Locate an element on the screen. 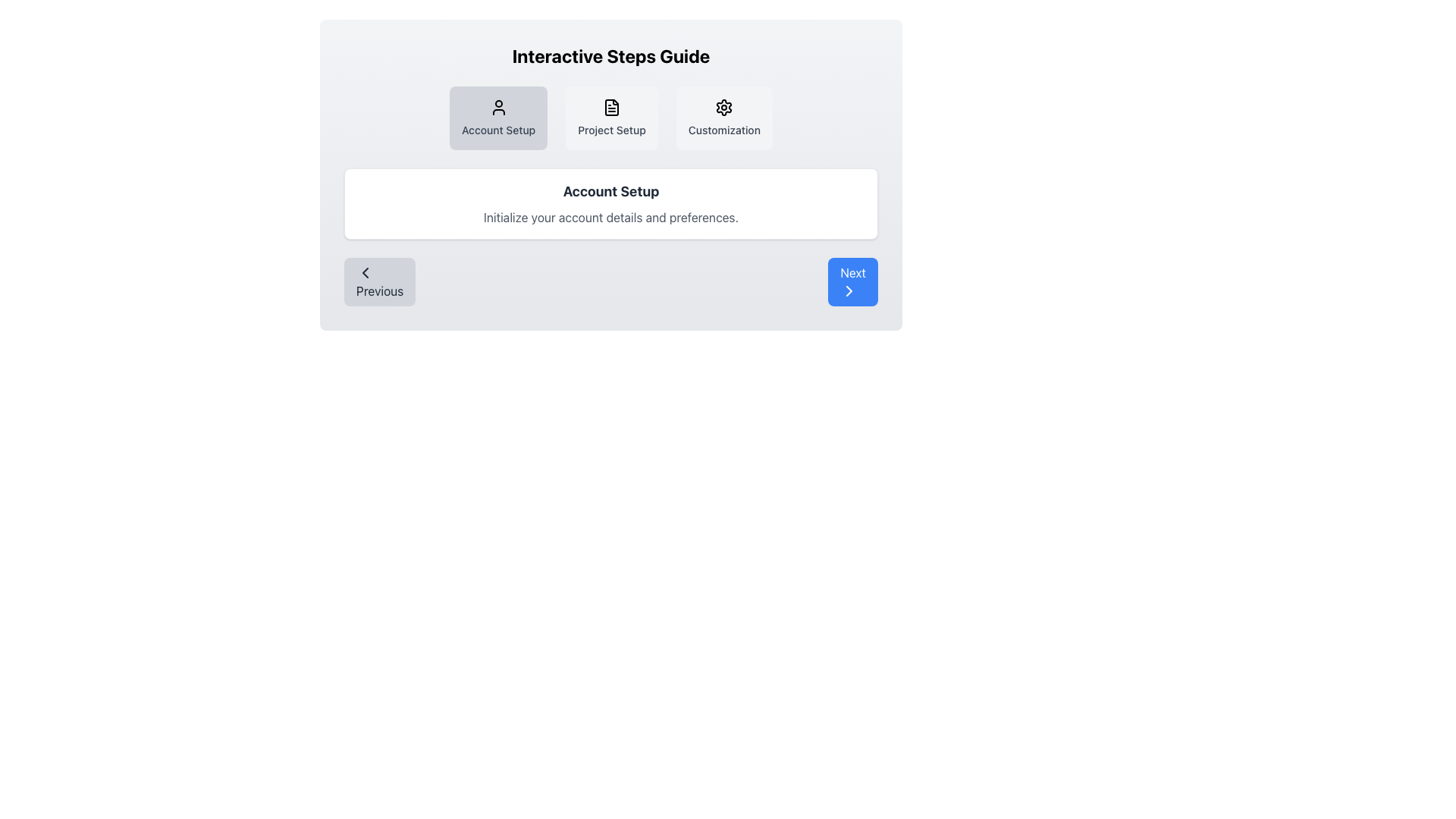 Image resolution: width=1456 pixels, height=819 pixels. the chevron-shaped graphic icon associated with the 'Previous' button located in the lower-left corner of the interface is located at coordinates (365, 271).